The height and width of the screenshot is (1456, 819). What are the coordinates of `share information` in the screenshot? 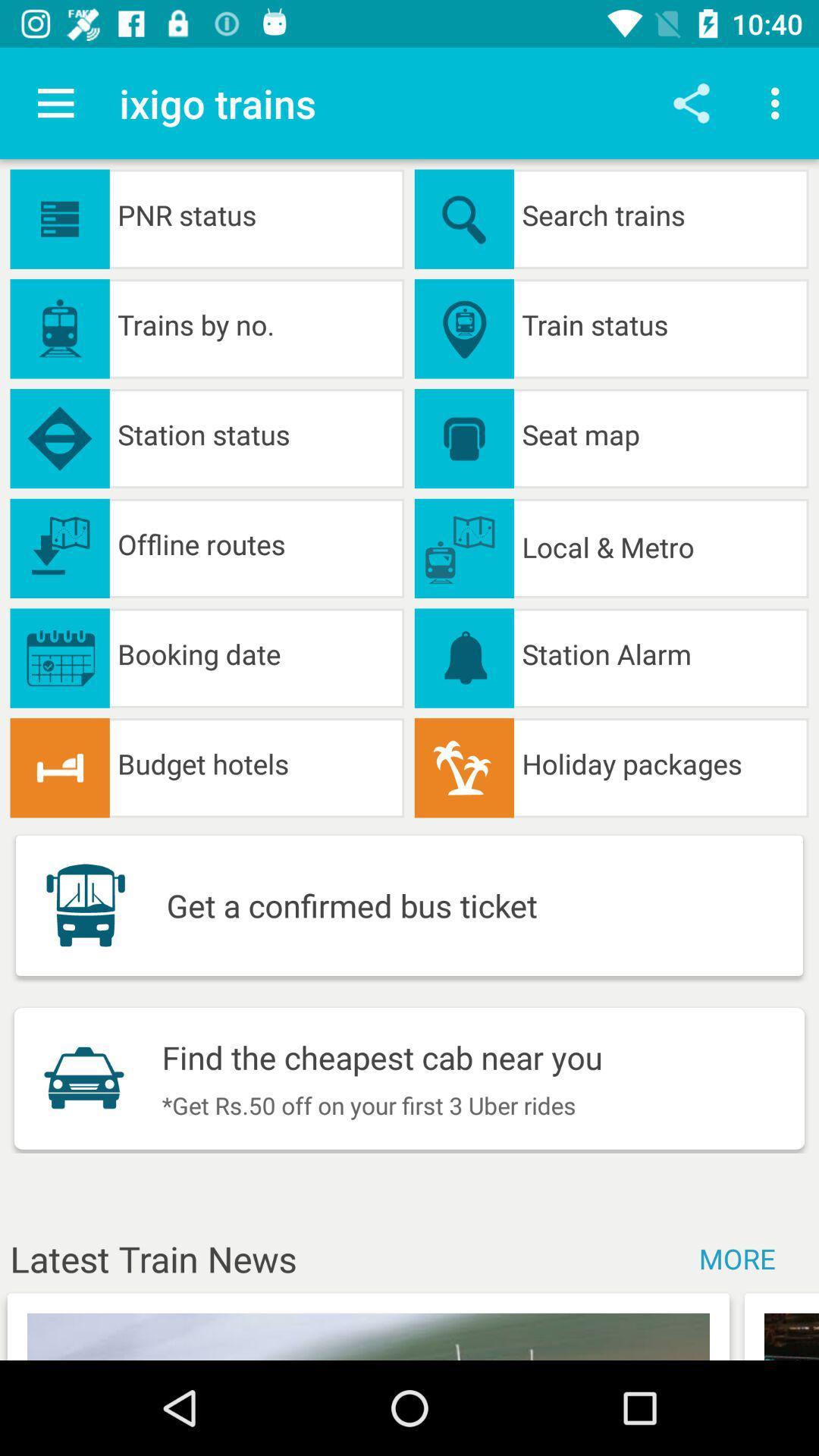 It's located at (691, 102).